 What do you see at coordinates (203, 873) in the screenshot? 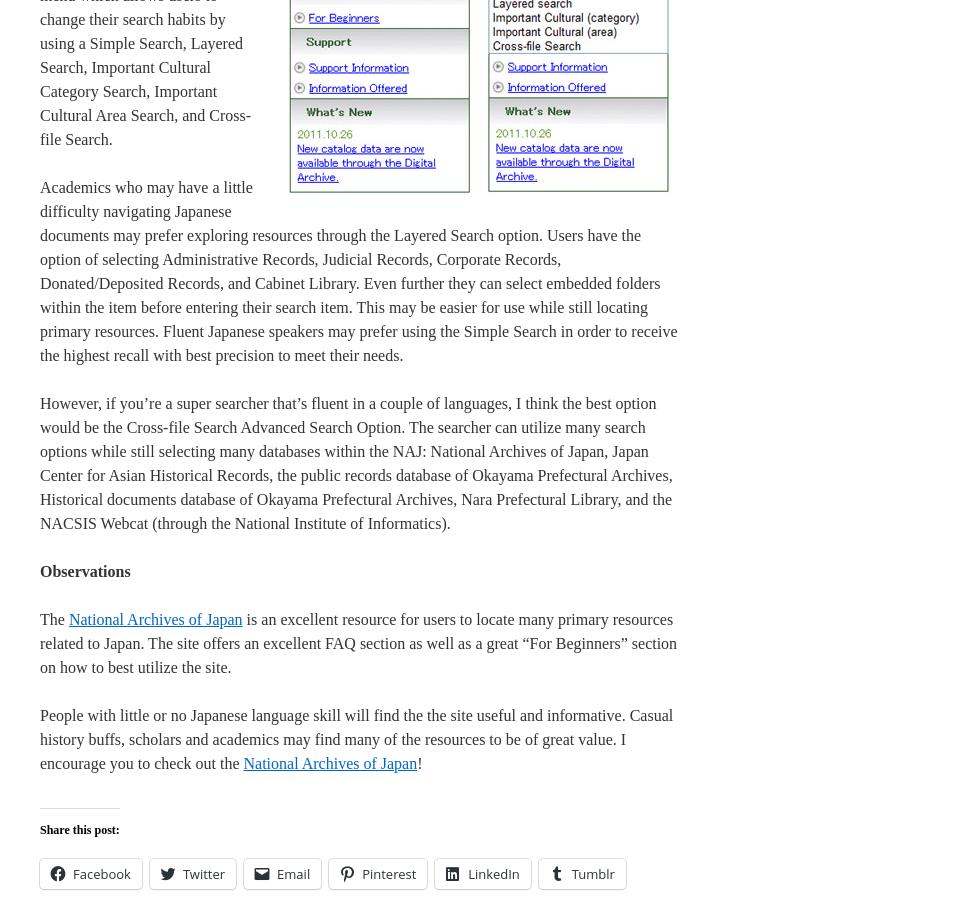
I see `'Twitter'` at bounding box center [203, 873].